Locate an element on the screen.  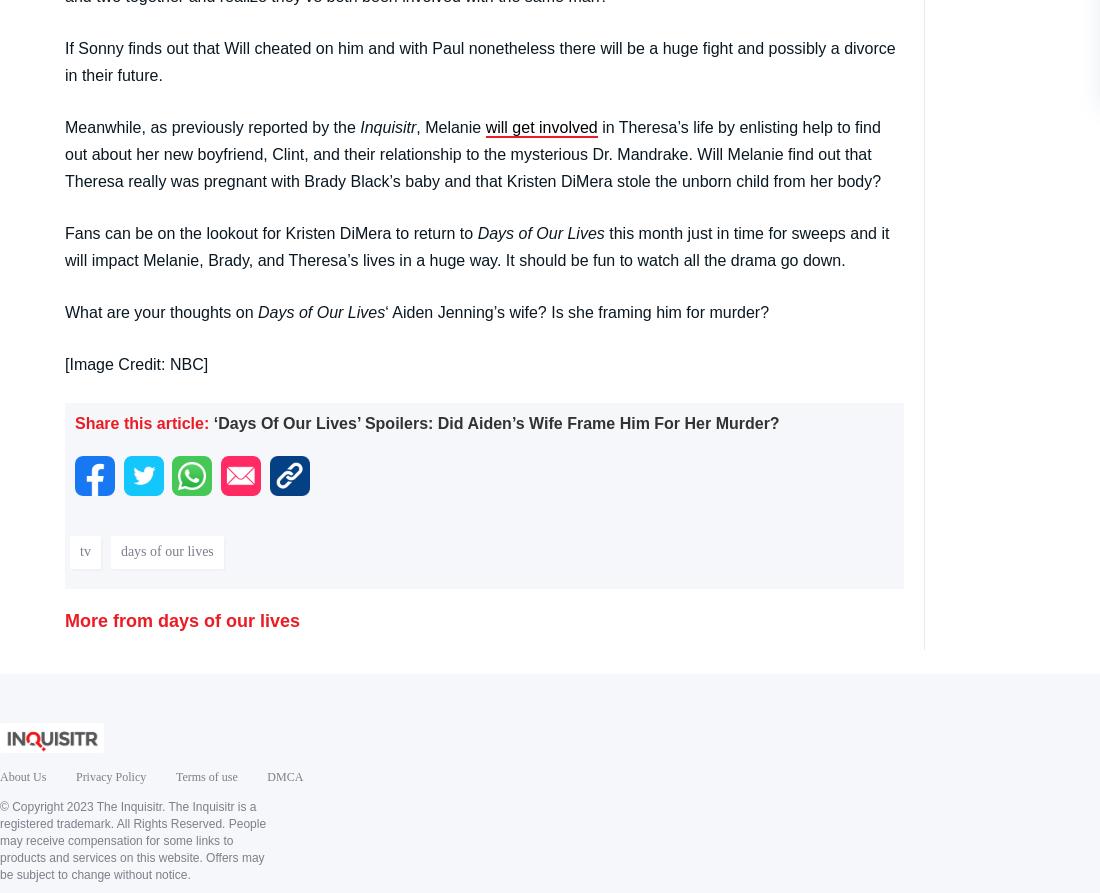
'About Us' is located at coordinates (0, 775).